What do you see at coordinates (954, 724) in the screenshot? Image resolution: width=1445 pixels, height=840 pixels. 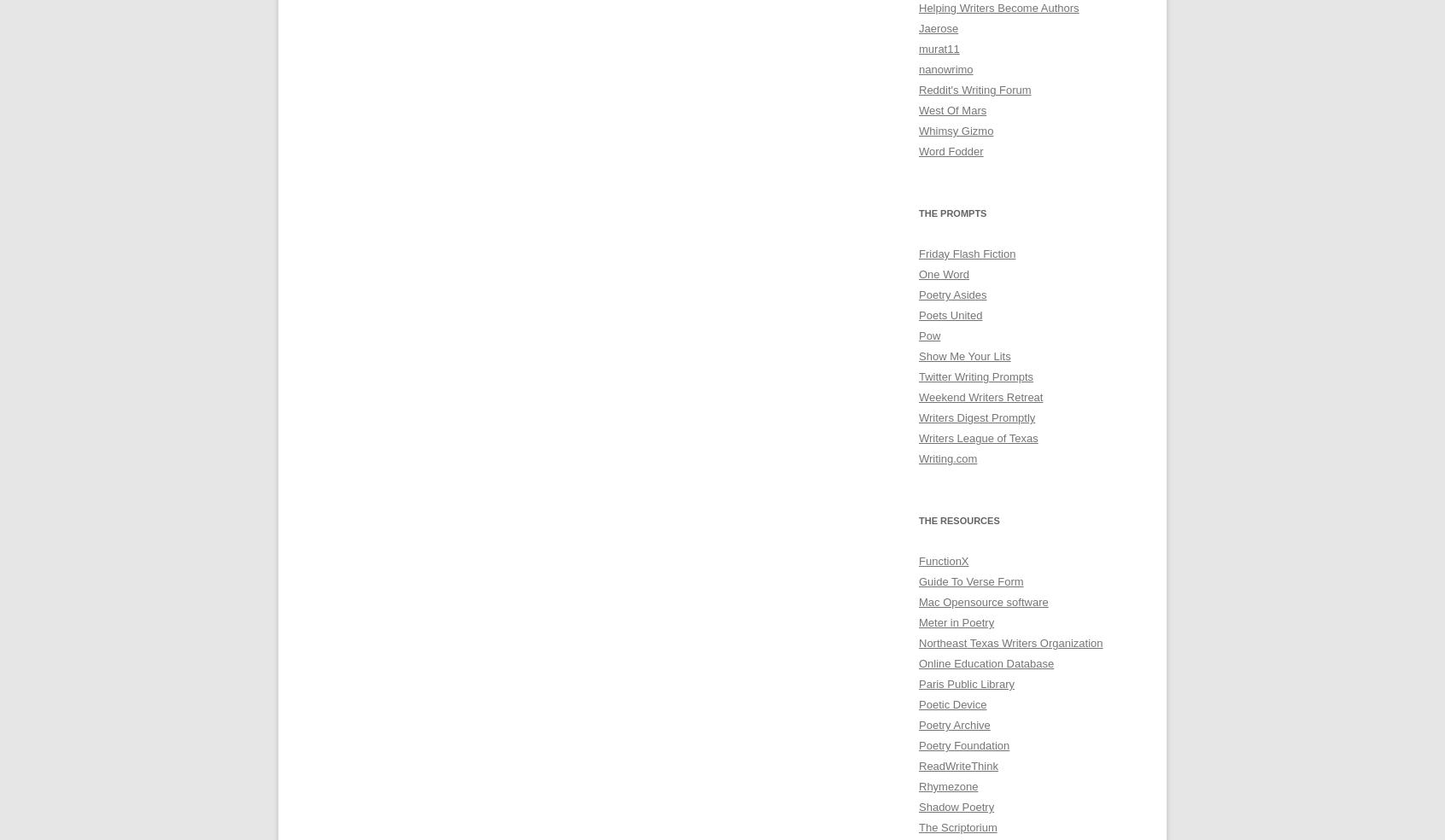 I see `'Poetry Archive'` at bounding box center [954, 724].